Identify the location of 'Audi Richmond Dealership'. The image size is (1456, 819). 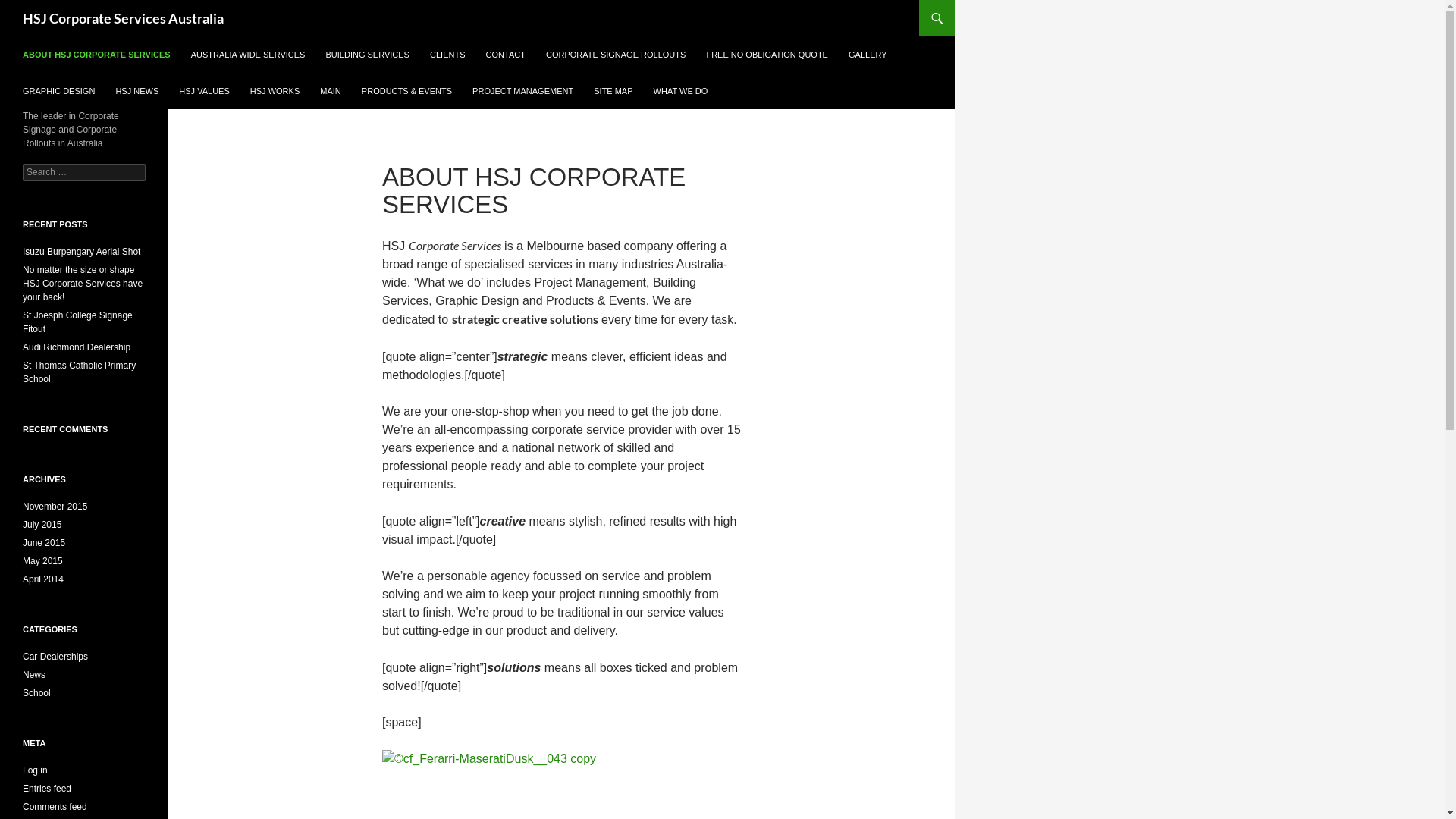
(75, 347).